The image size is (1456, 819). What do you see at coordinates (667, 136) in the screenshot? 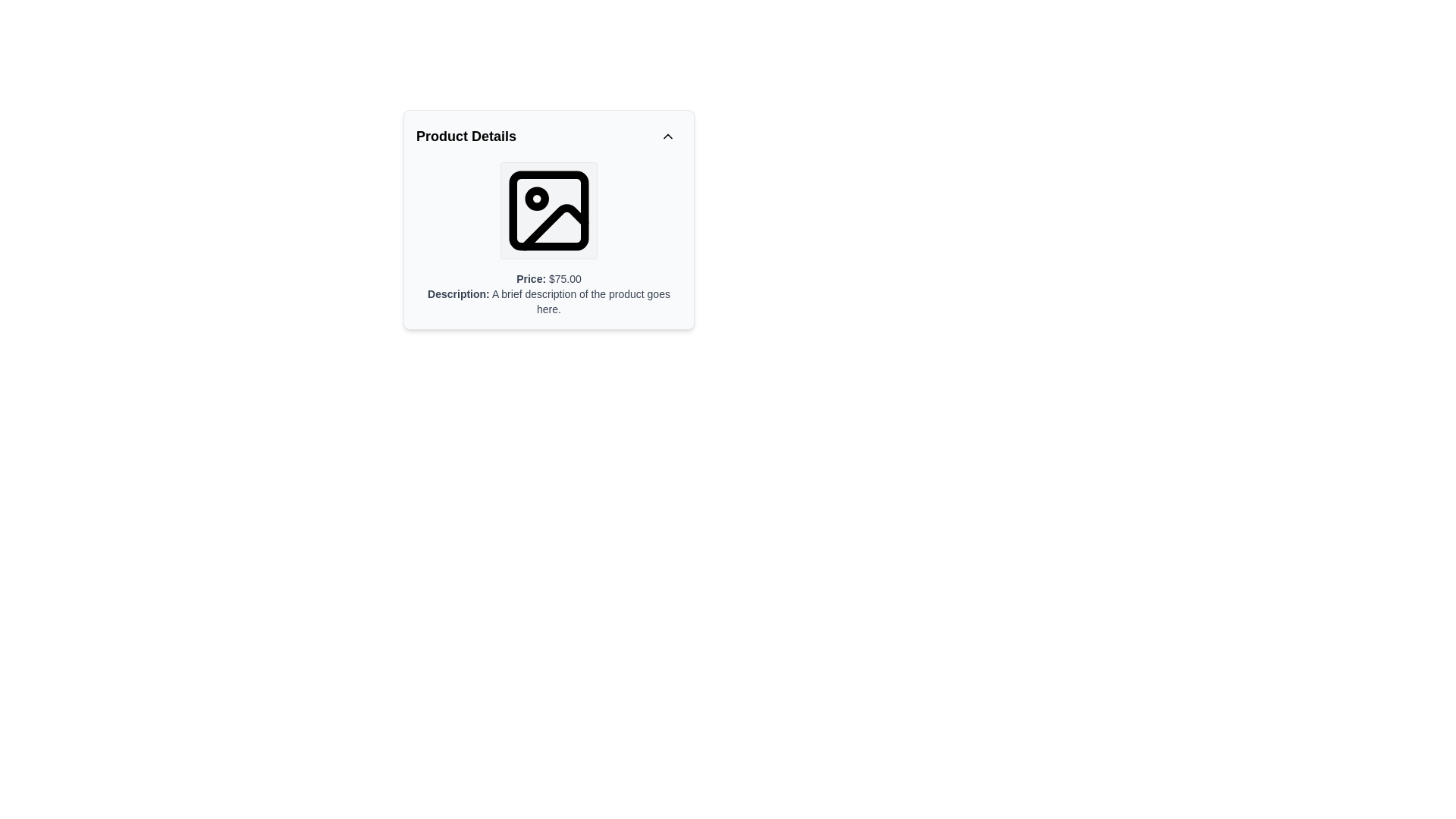
I see `the upward-pointing chevron button located at the top-right corner of the 'Product Details' section` at bounding box center [667, 136].